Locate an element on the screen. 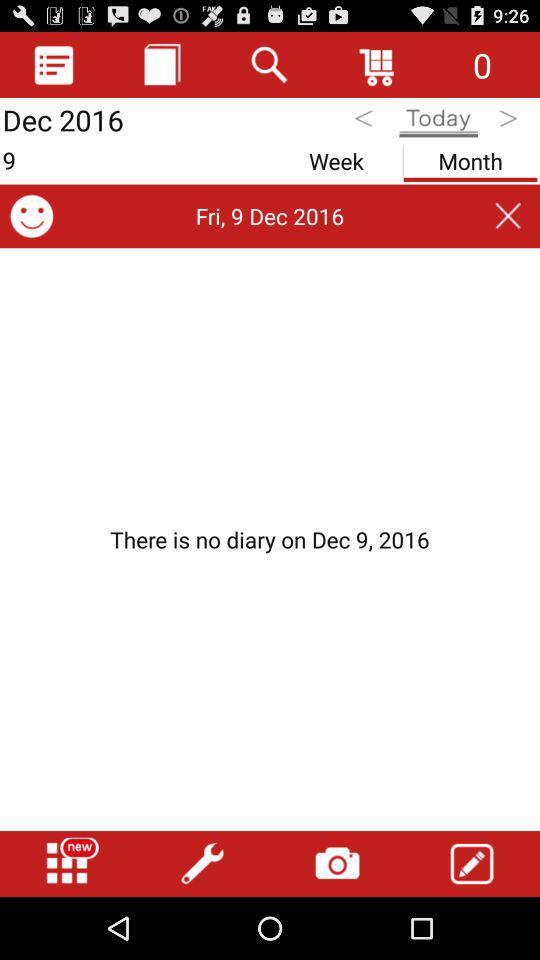 This screenshot has height=960, width=540. previous day is located at coordinates (365, 121).